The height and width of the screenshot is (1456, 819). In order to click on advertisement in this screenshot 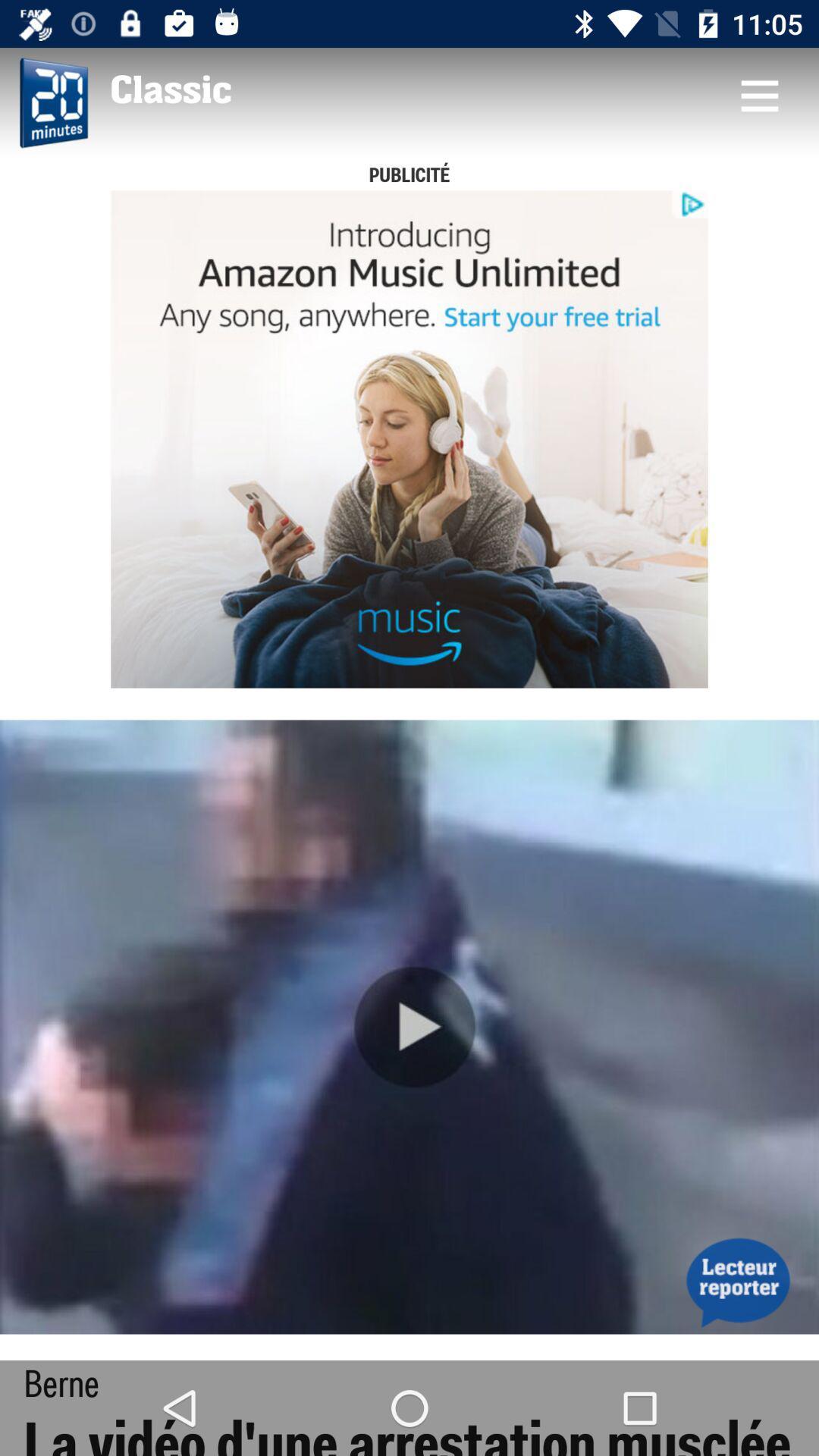, I will do `click(409, 438)`.